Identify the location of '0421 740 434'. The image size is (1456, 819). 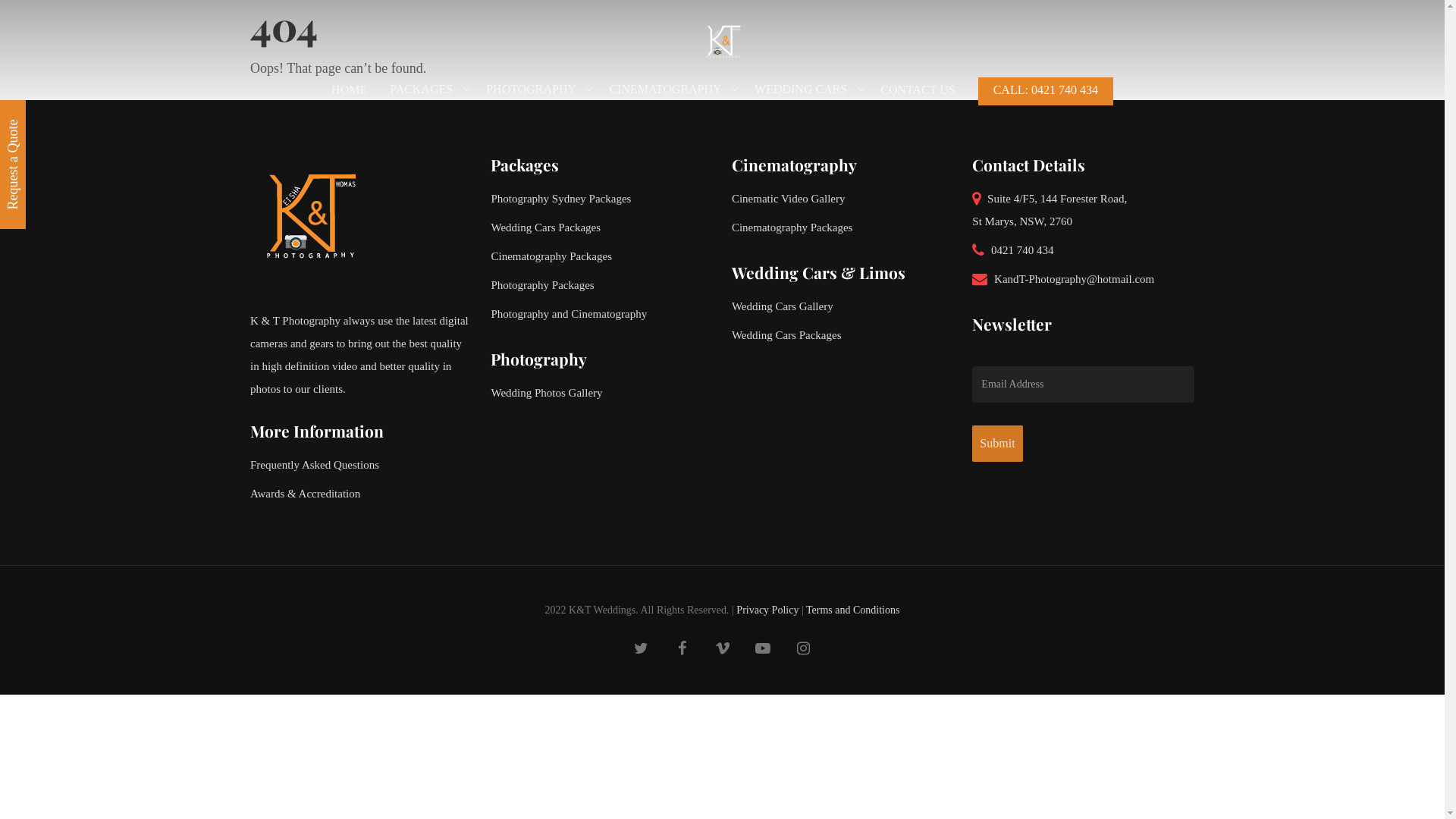
(1082, 249).